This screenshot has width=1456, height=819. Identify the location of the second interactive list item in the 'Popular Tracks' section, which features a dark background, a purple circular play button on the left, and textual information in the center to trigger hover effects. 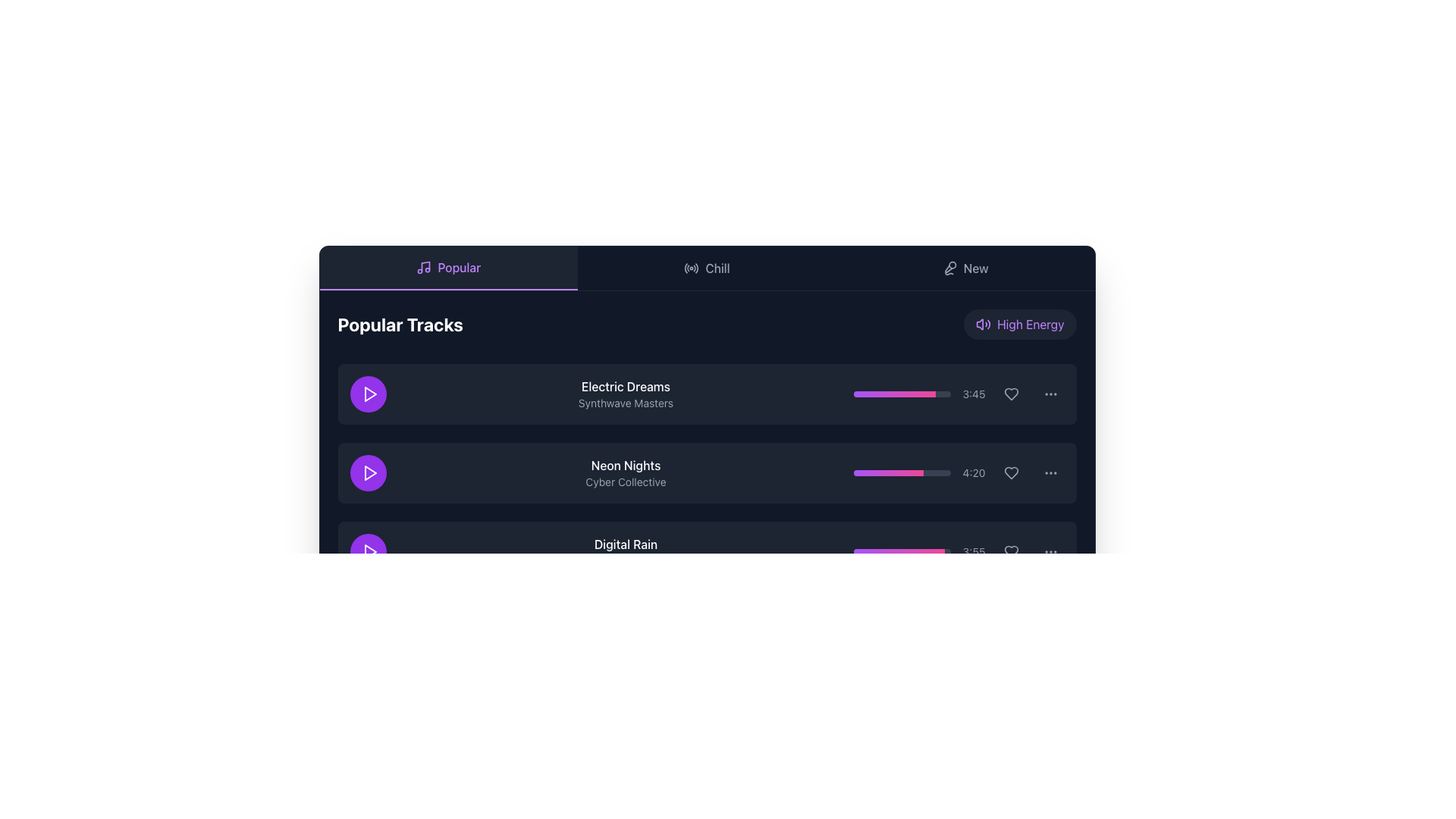
(706, 472).